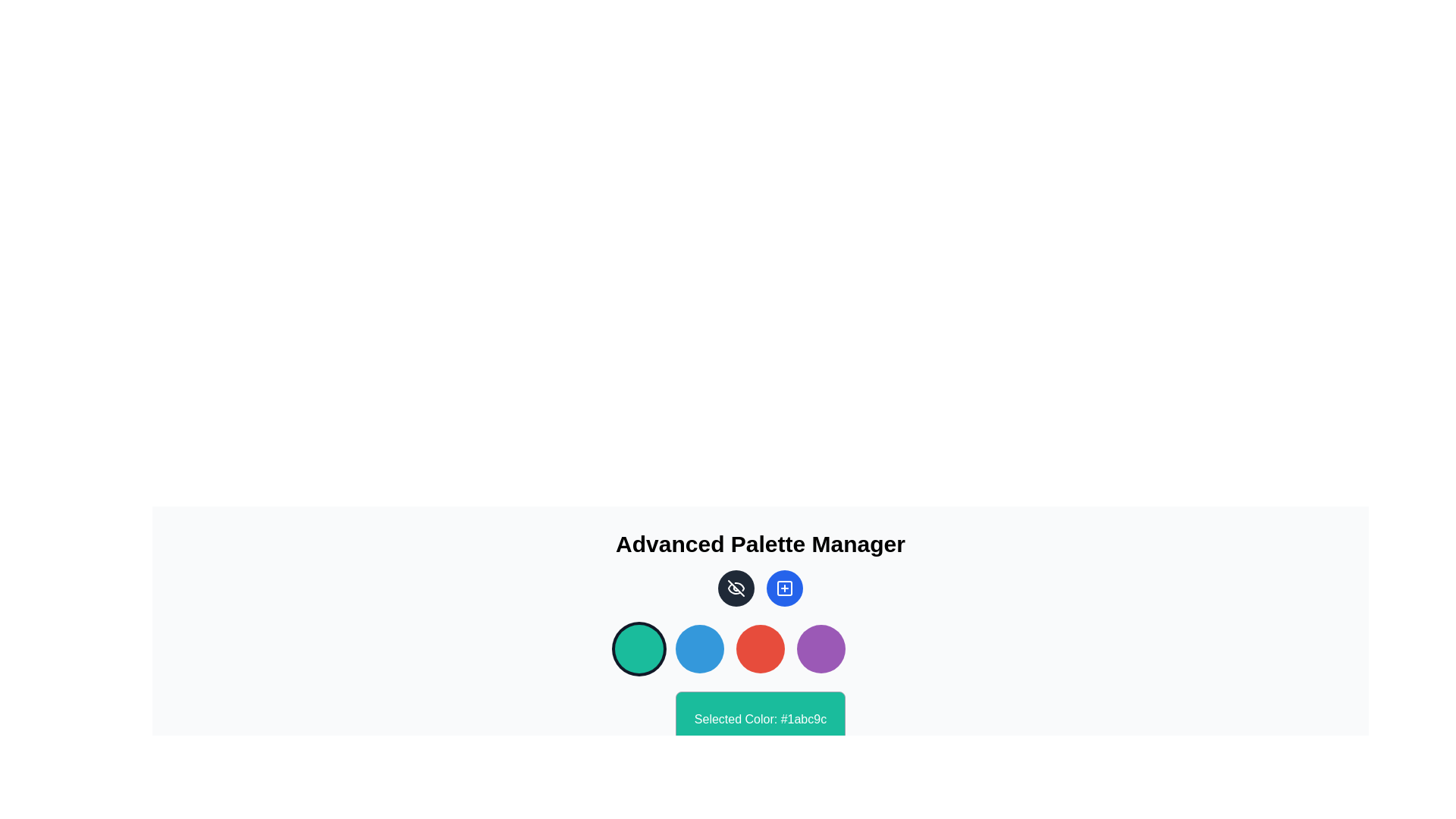  I want to click on the button with a square-plus icon, located in the upper row of controls below the 'Advanced Palette Manager' label, to trigger the tooltip or highlight effect, so click(785, 587).